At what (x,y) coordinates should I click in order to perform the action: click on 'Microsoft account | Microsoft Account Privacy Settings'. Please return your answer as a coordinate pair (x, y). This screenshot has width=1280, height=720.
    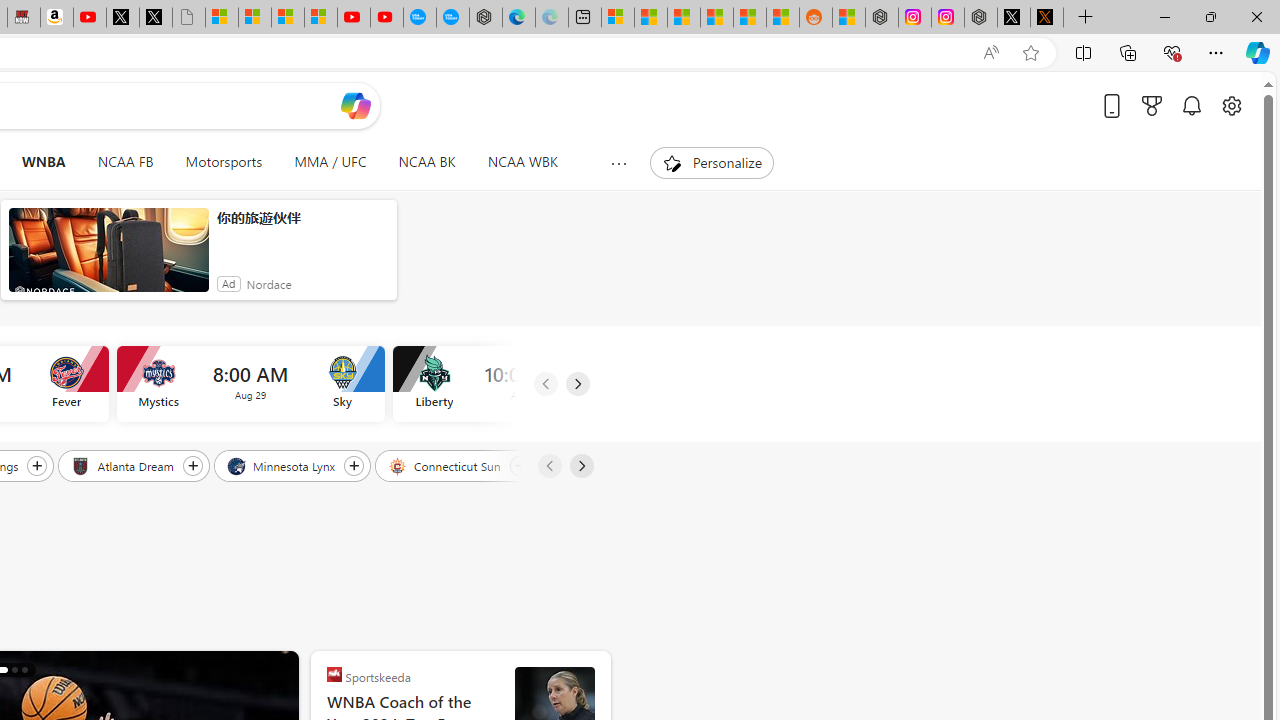
    Looking at the image, I should click on (616, 17).